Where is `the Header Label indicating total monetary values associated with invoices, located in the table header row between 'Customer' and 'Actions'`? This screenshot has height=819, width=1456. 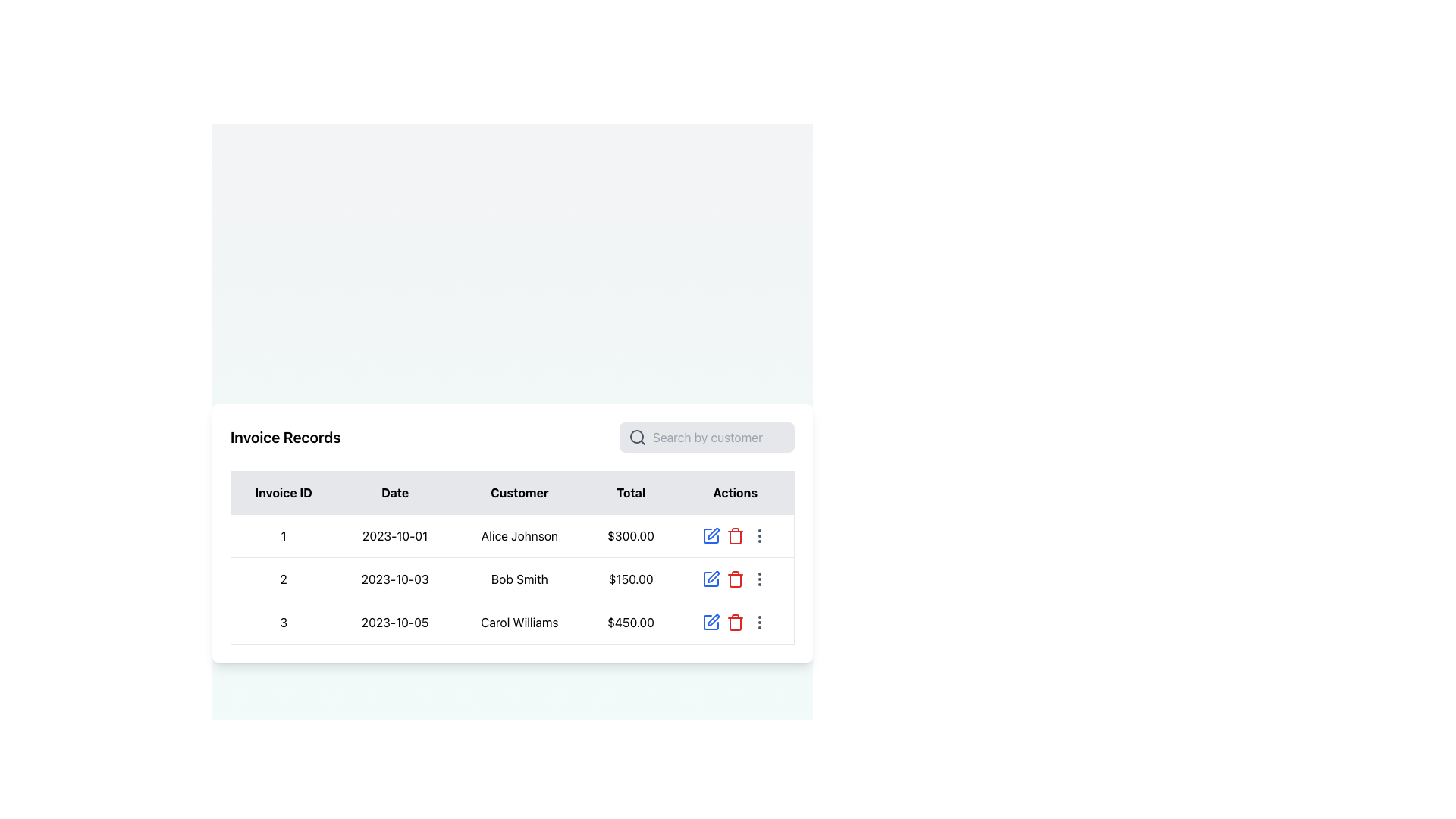 the Header Label indicating total monetary values associated with invoices, located in the table header row between 'Customer' and 'Actions' is located at coordinates (631, 492).